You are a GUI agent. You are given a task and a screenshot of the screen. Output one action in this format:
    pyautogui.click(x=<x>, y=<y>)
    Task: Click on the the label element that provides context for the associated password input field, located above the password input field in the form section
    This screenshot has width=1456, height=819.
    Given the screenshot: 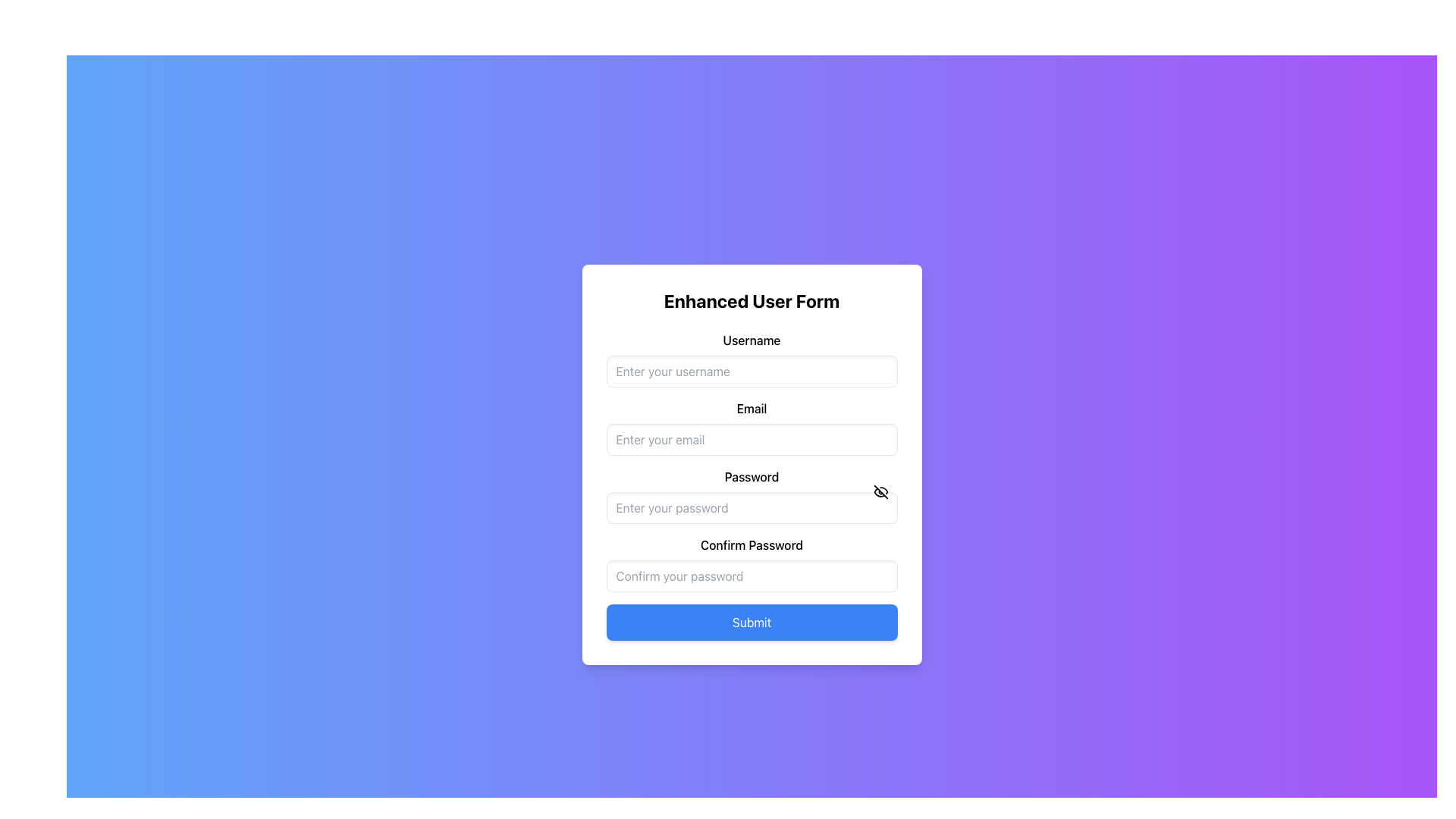 What is the action you would take?
    pyautogui.click(x=752, y=475)
    